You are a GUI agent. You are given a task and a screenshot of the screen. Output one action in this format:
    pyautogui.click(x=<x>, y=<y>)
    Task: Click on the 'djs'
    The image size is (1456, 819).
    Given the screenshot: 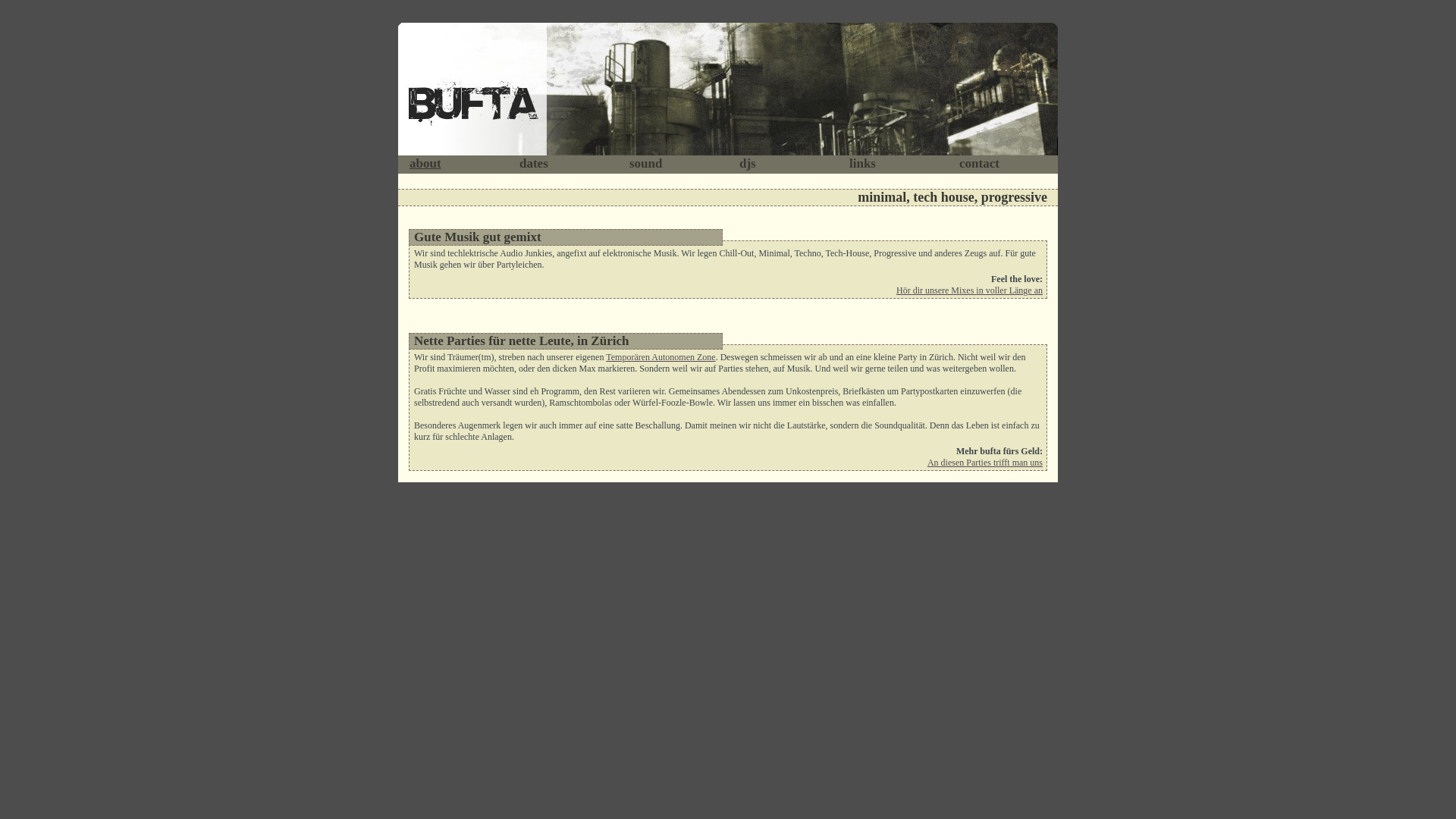 What is the action you would take?
    pyautogui.click(x=747, y=163)
    